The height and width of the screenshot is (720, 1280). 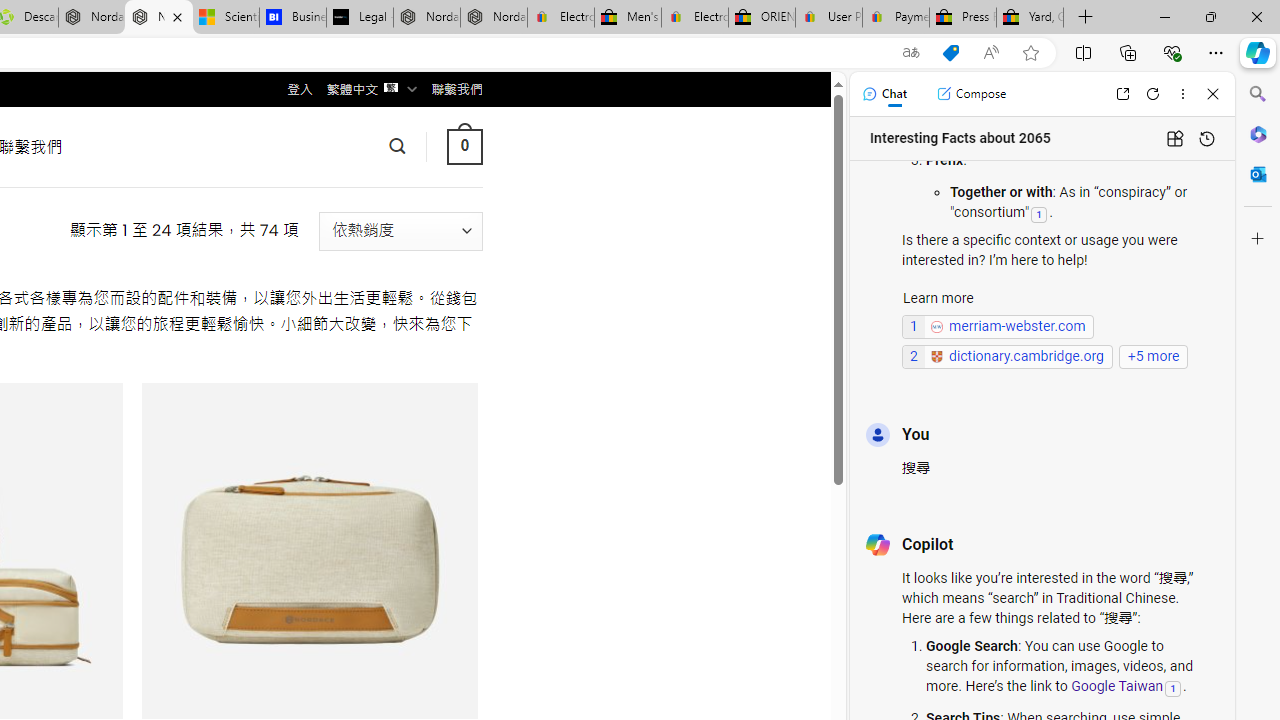 I want to click on '  0  ', so click(x=463, y=145).